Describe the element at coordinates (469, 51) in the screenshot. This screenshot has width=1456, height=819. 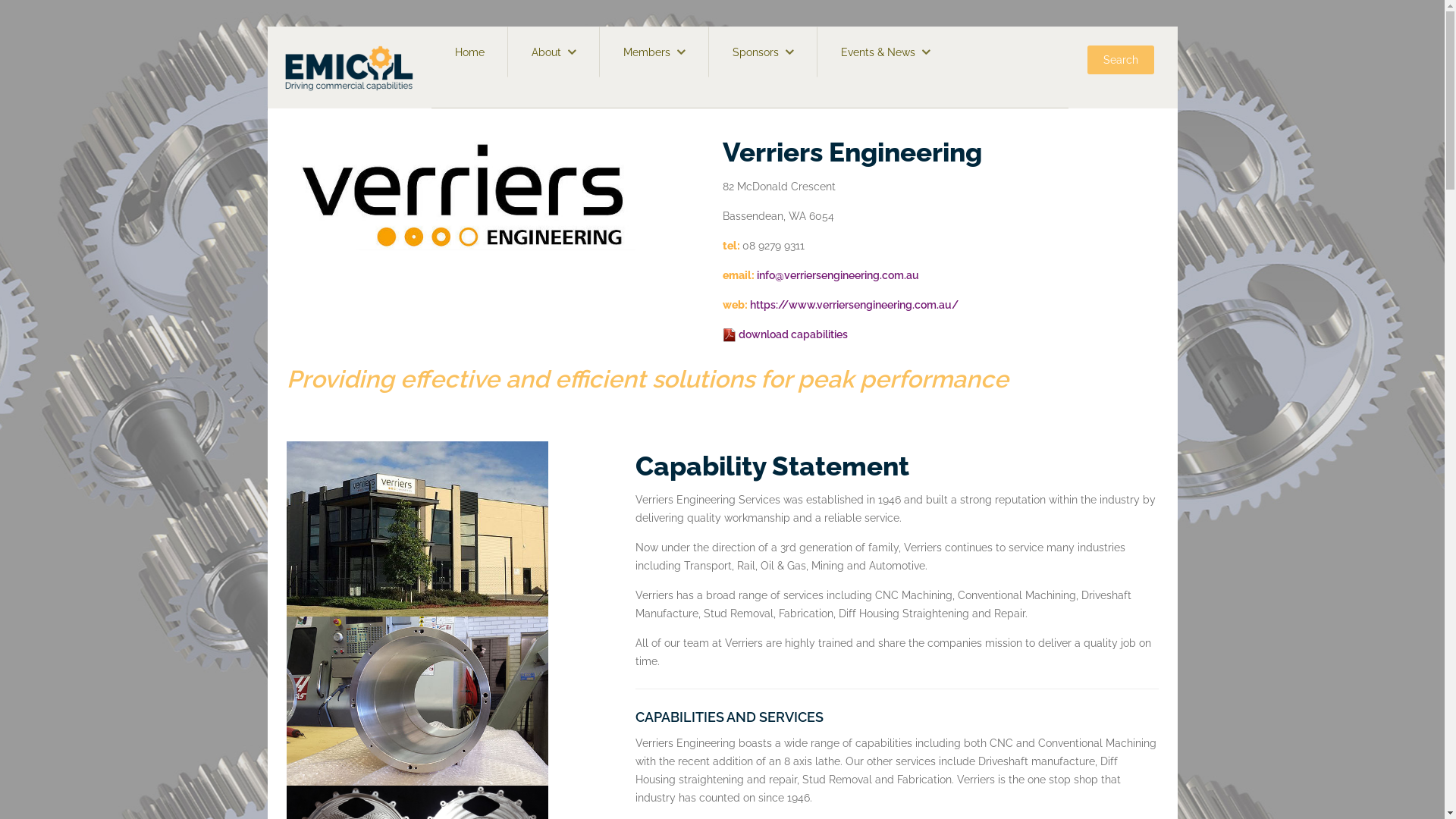
I see `'Home'` at that location.